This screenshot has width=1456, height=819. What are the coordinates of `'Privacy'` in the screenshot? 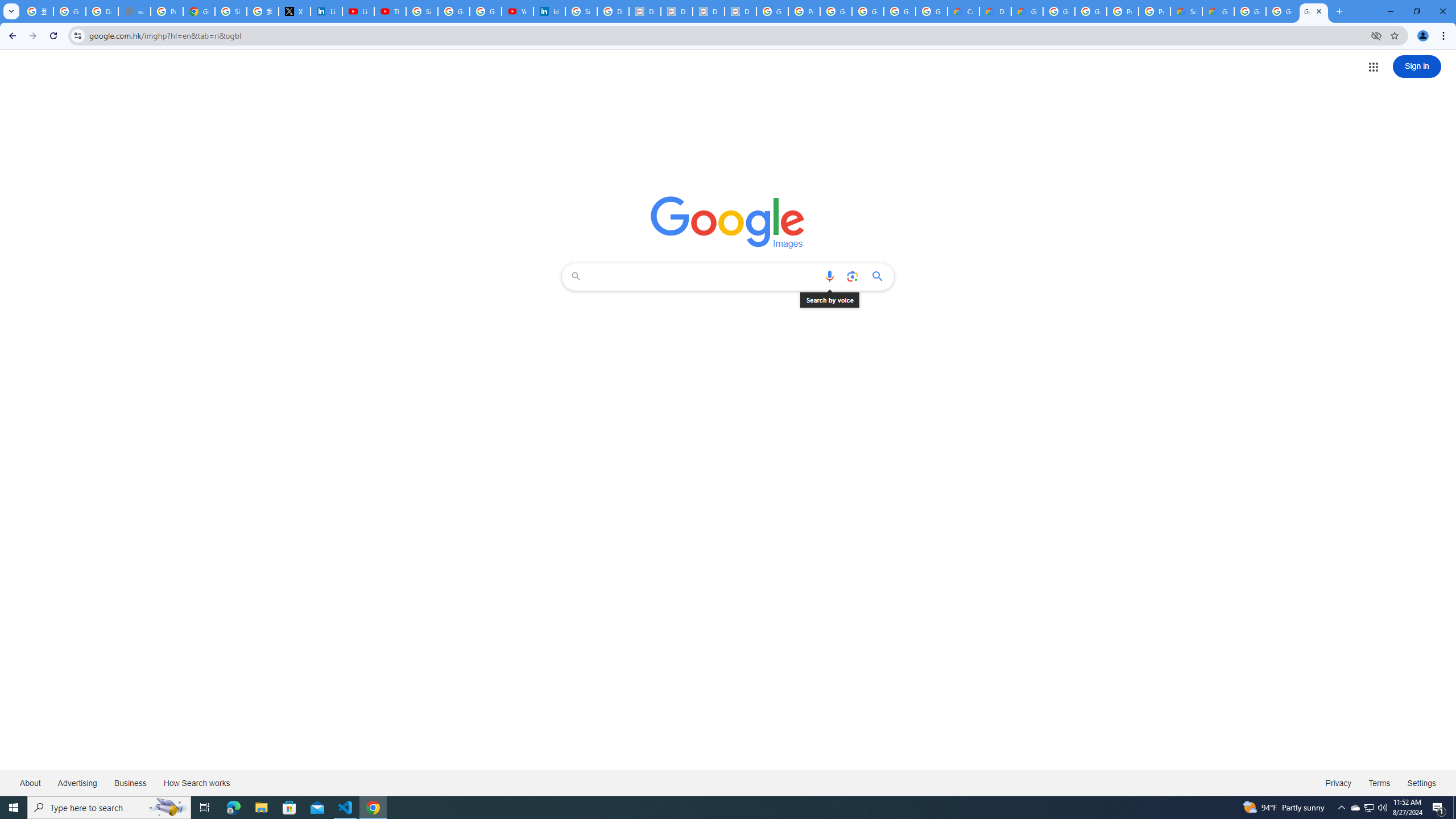 It's located at (1338, 782).